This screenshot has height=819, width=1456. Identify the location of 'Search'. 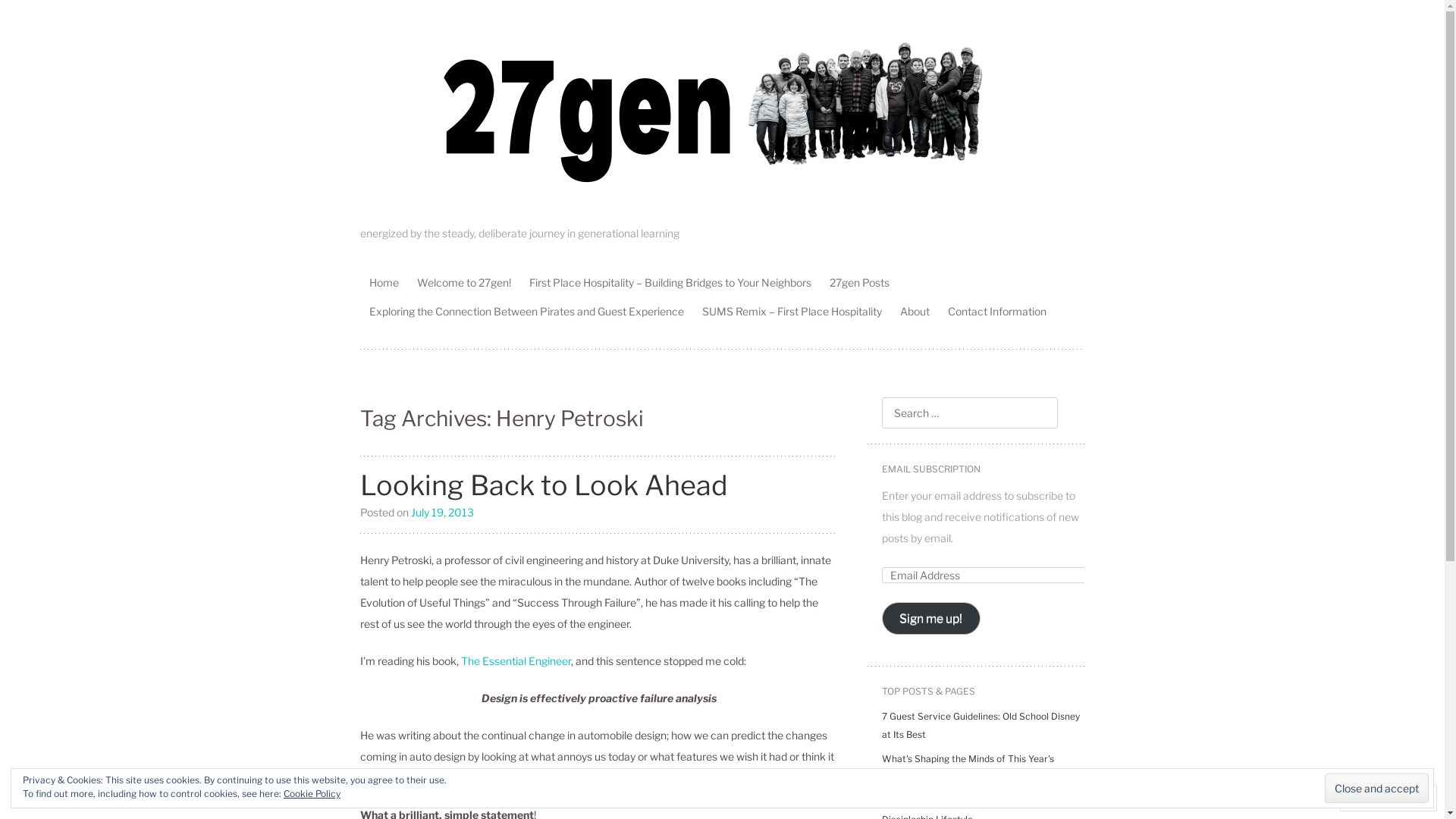
(30, 14).